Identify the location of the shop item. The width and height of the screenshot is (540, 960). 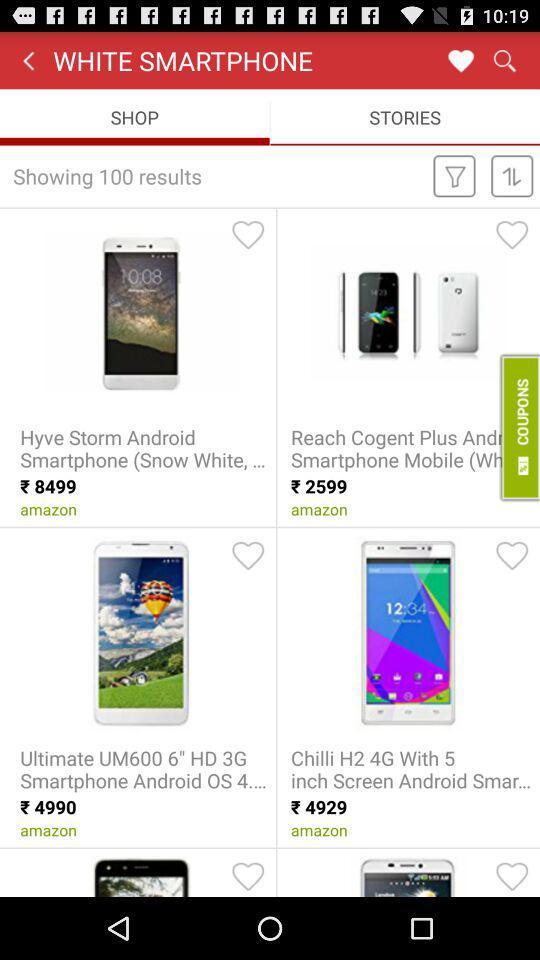
(134, 117).